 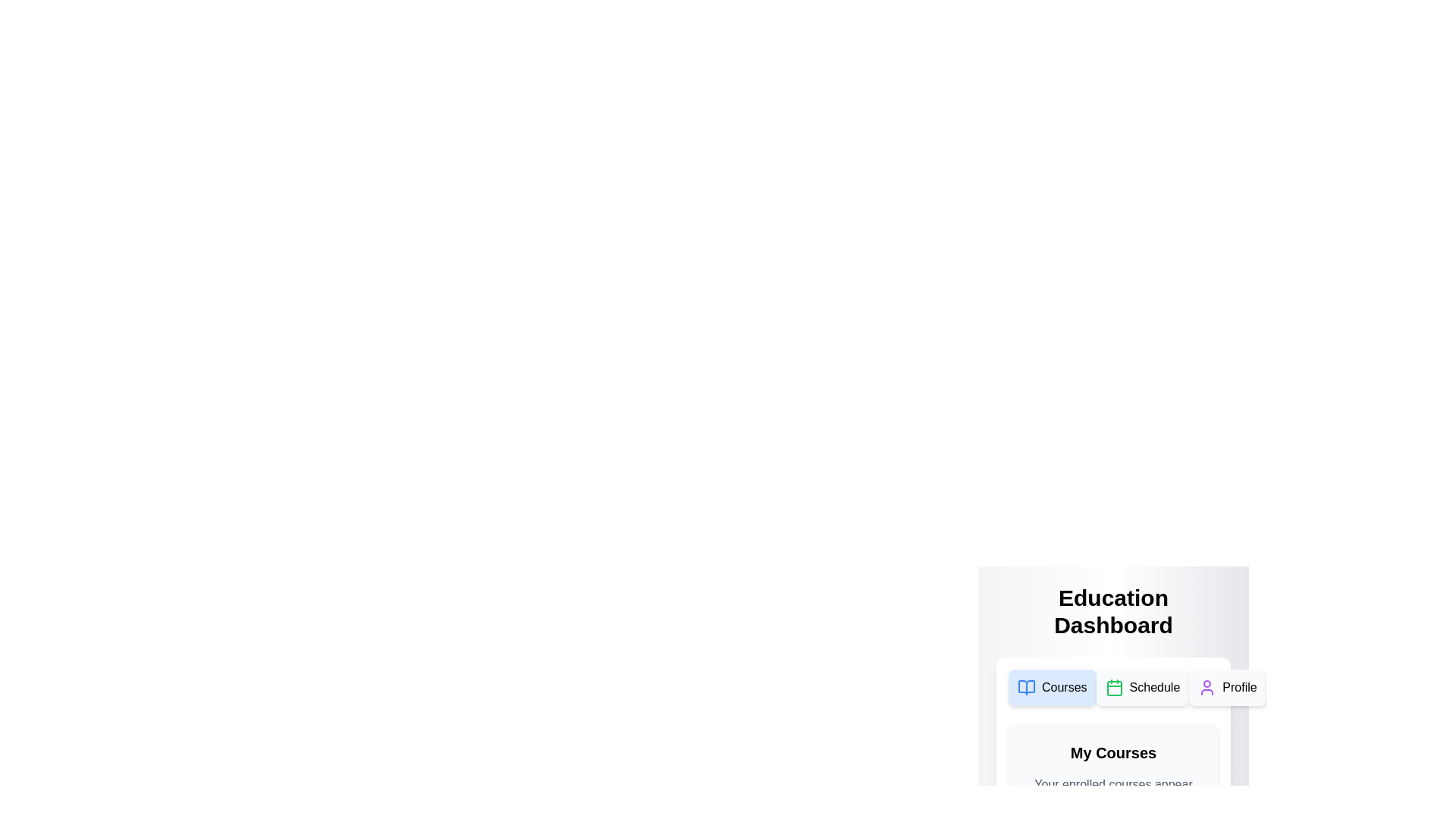 What do you see at coordinates (1063, 687) in the screenshot?
I see `text displayed in the label of the button that navigates to the courses section, located near the top center-right of the interface, to the right of an open book icon` at bounding box center [1063, 687].